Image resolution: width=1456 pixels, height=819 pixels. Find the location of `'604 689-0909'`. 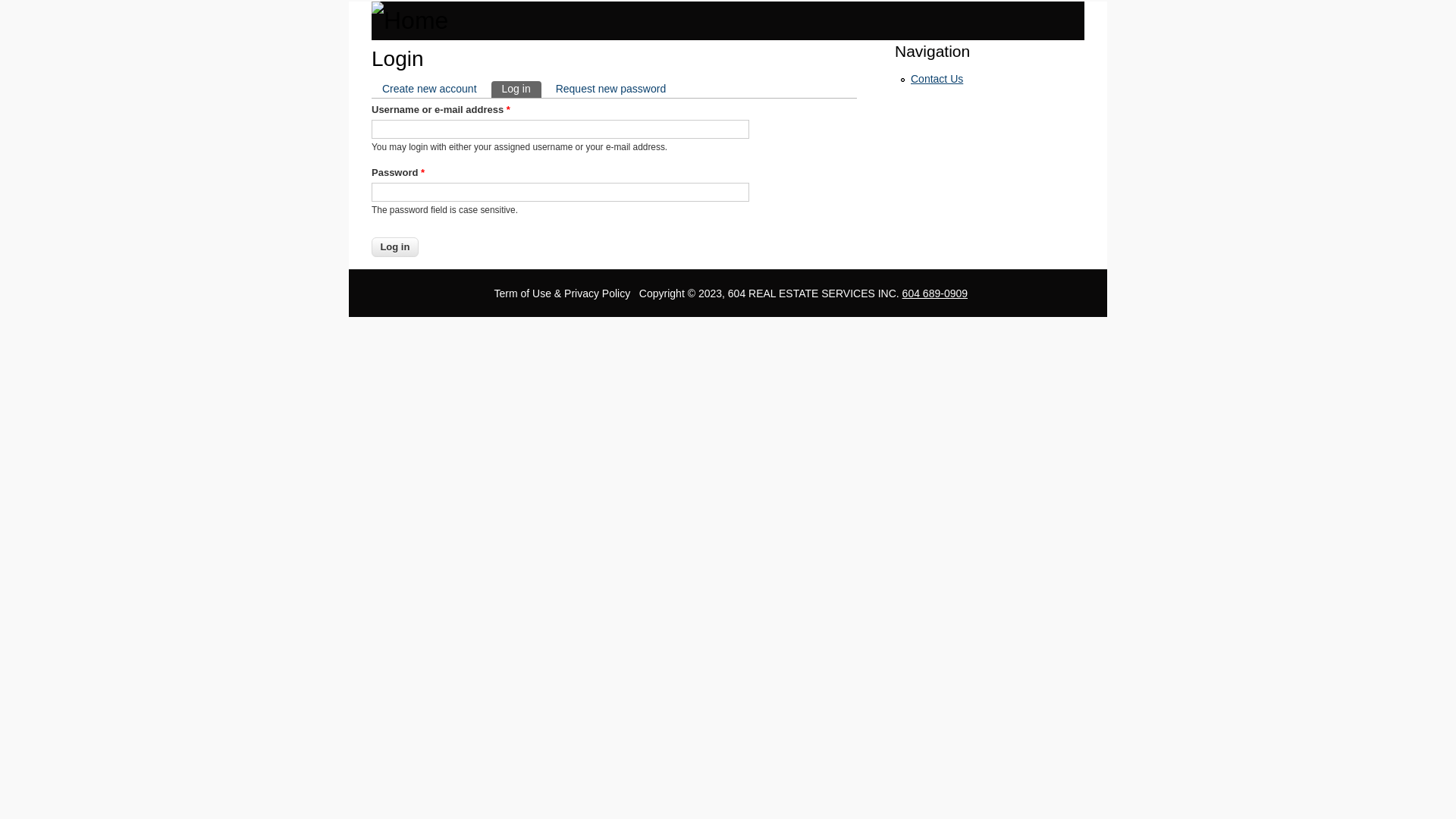

'604 689-0909' is located at coordinates (934, 293).